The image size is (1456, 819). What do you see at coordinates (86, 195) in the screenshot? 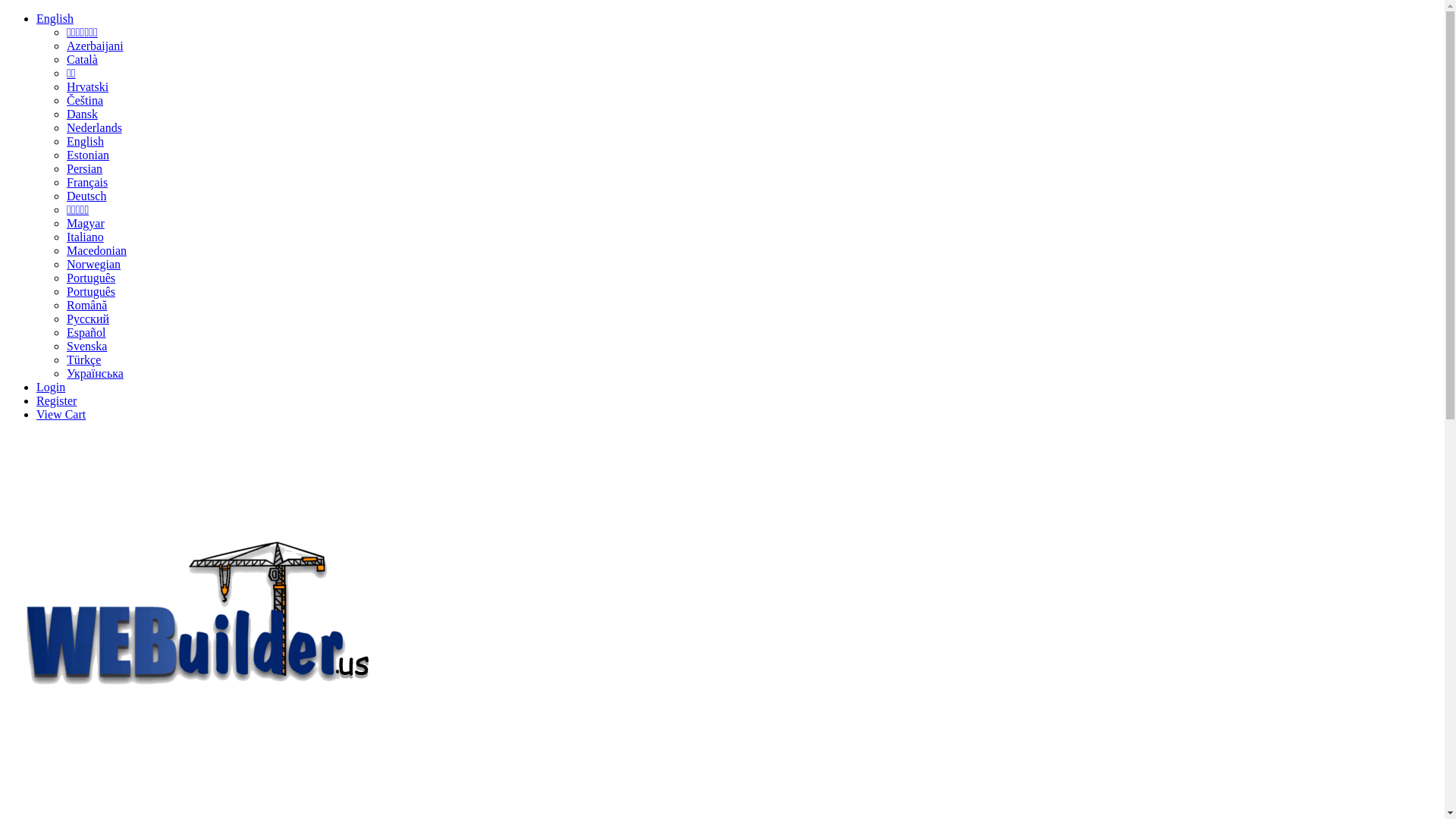
I see `'Deutsch'` at bounding box center [86, 195].